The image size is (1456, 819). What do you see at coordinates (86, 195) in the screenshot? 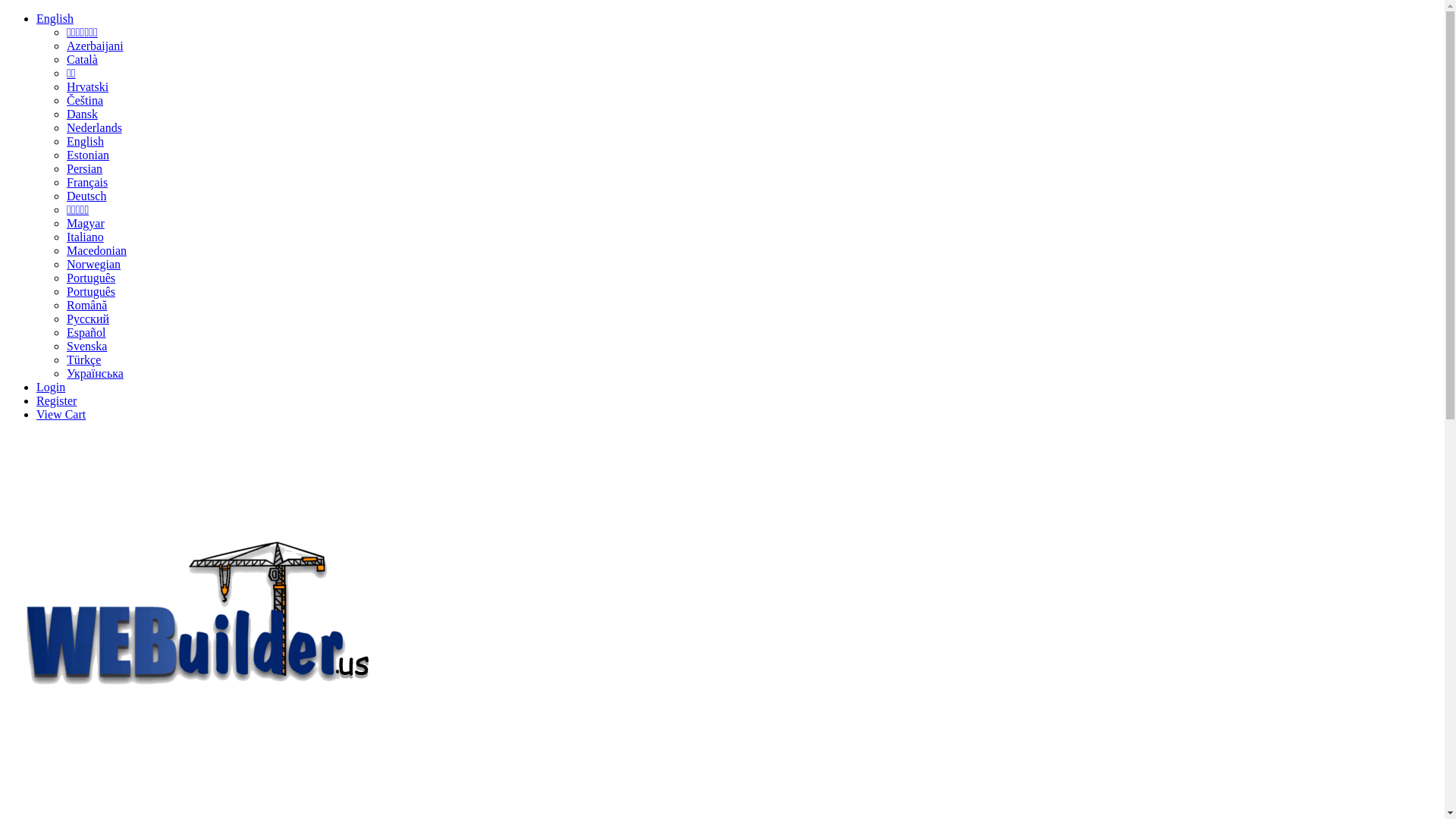
I see `'Deutsch'` at bounding box center [86, 195].